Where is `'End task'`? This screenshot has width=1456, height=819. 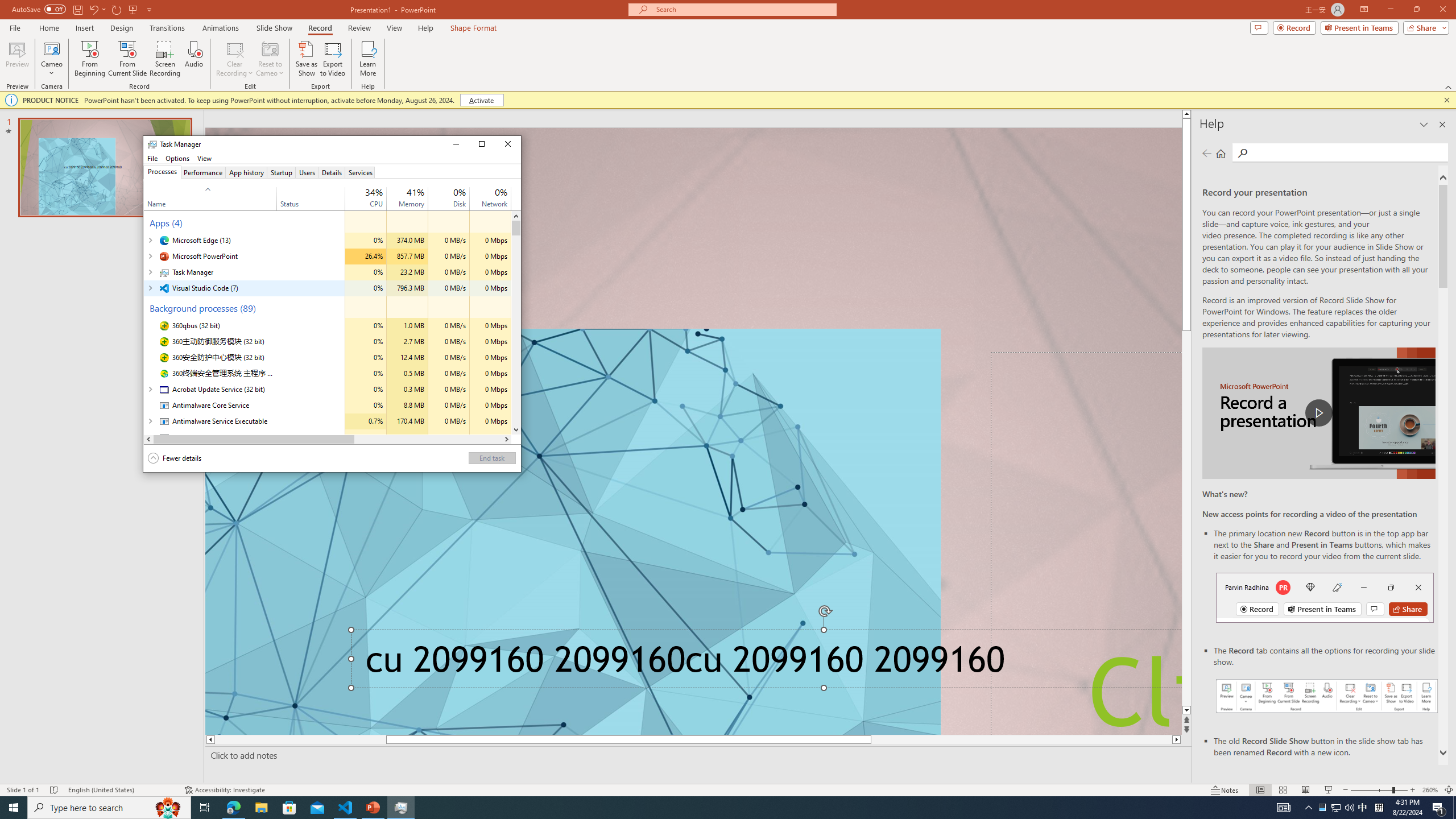 'End task' is located at coordinates (491, 457).